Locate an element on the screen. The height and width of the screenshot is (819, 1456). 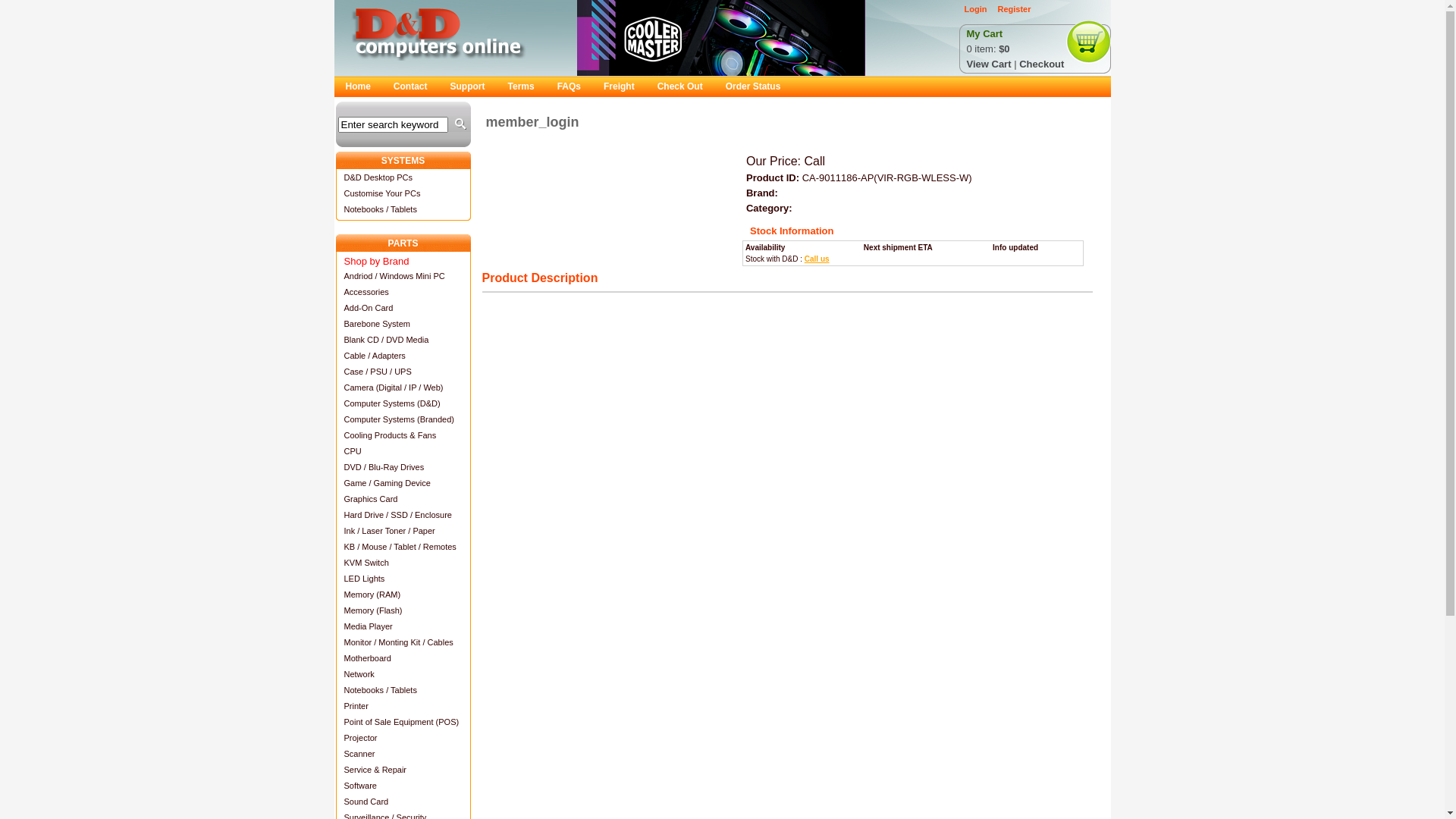
'Freight' is located at coordinates (619, 86).